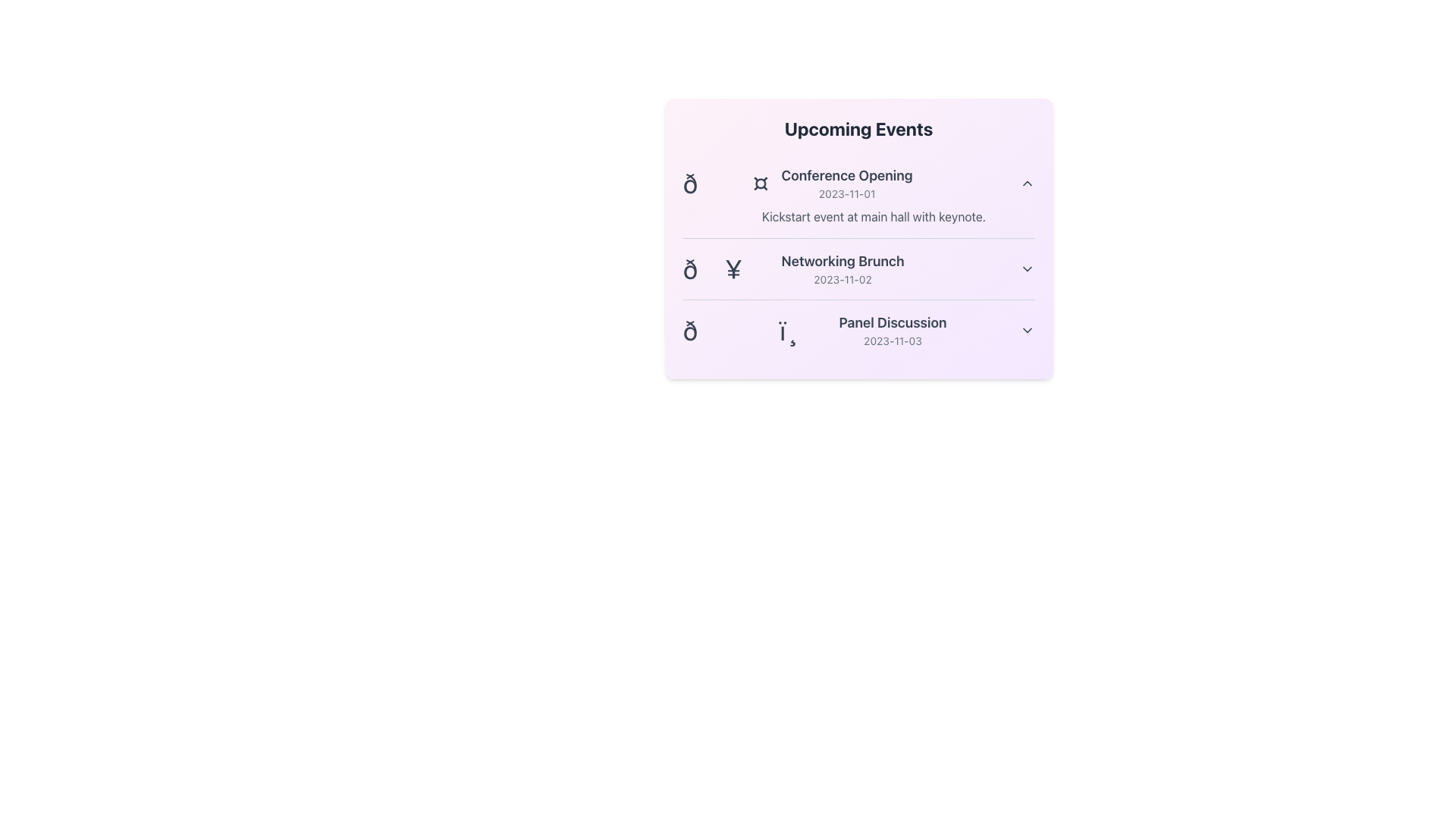  Describe the element at coordinates (846, 183) in the screenshot. I see `date of the event displayed in the composite text element titled 'Conference Opening' with the date '2023-11-01' located in the second column under 'Upcoming Events'` at that location.